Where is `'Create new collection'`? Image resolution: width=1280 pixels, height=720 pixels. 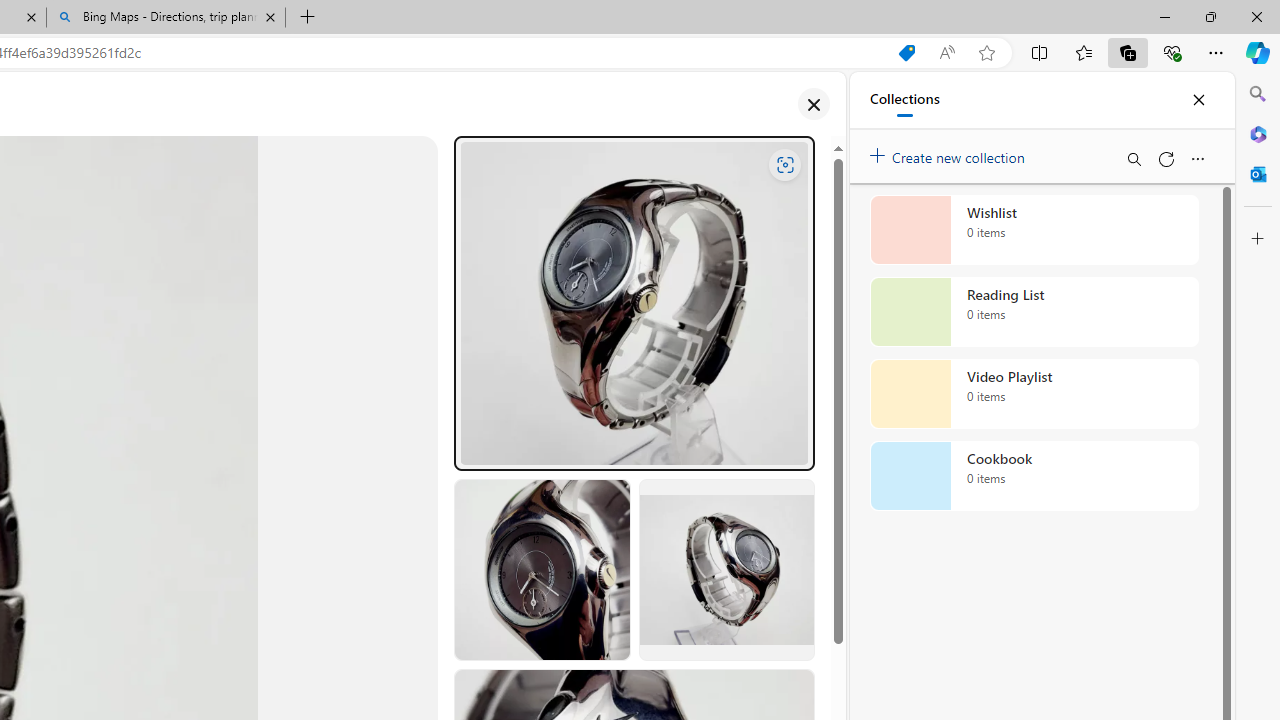
'Create new collection' is located at coordinates (950, 152).